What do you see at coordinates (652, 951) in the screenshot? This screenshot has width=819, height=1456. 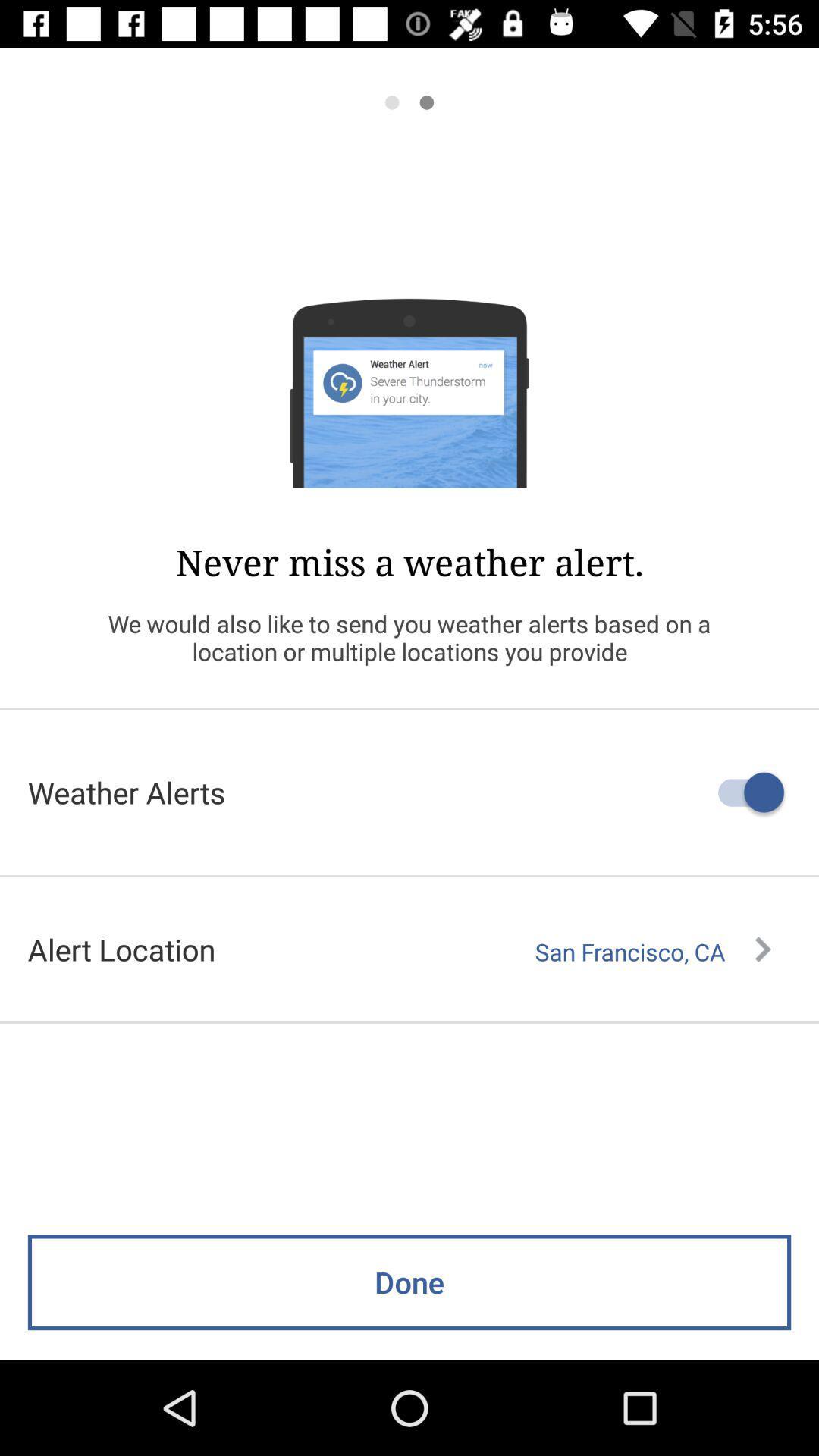 I see `icon next to the alert location icon` at bounding box center [652, 951].